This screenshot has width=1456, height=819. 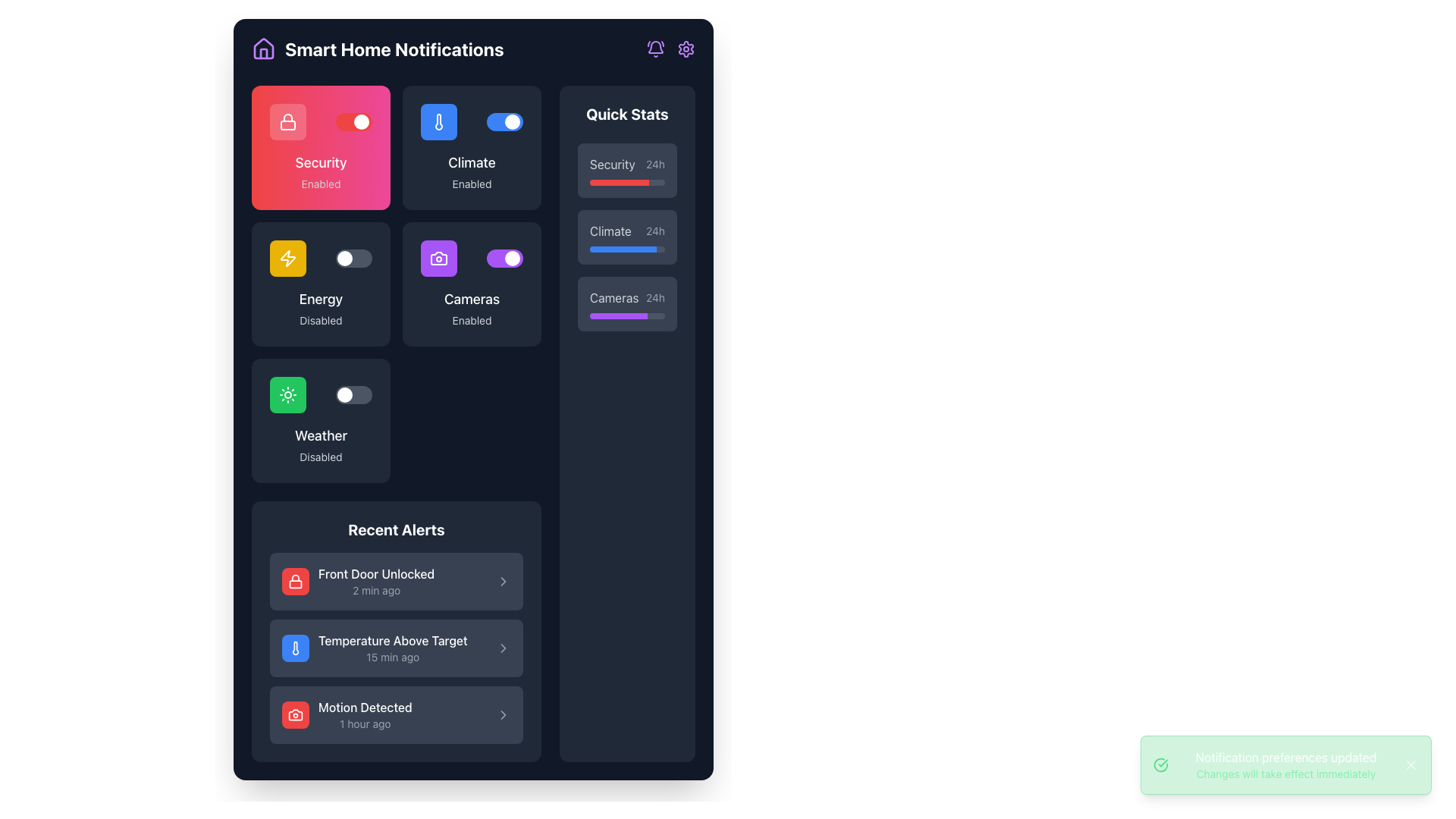 I want to click on the lock icon located in the top-left segment of the dashboard interface within the 'Security' tile, so click(x=287, y=121).